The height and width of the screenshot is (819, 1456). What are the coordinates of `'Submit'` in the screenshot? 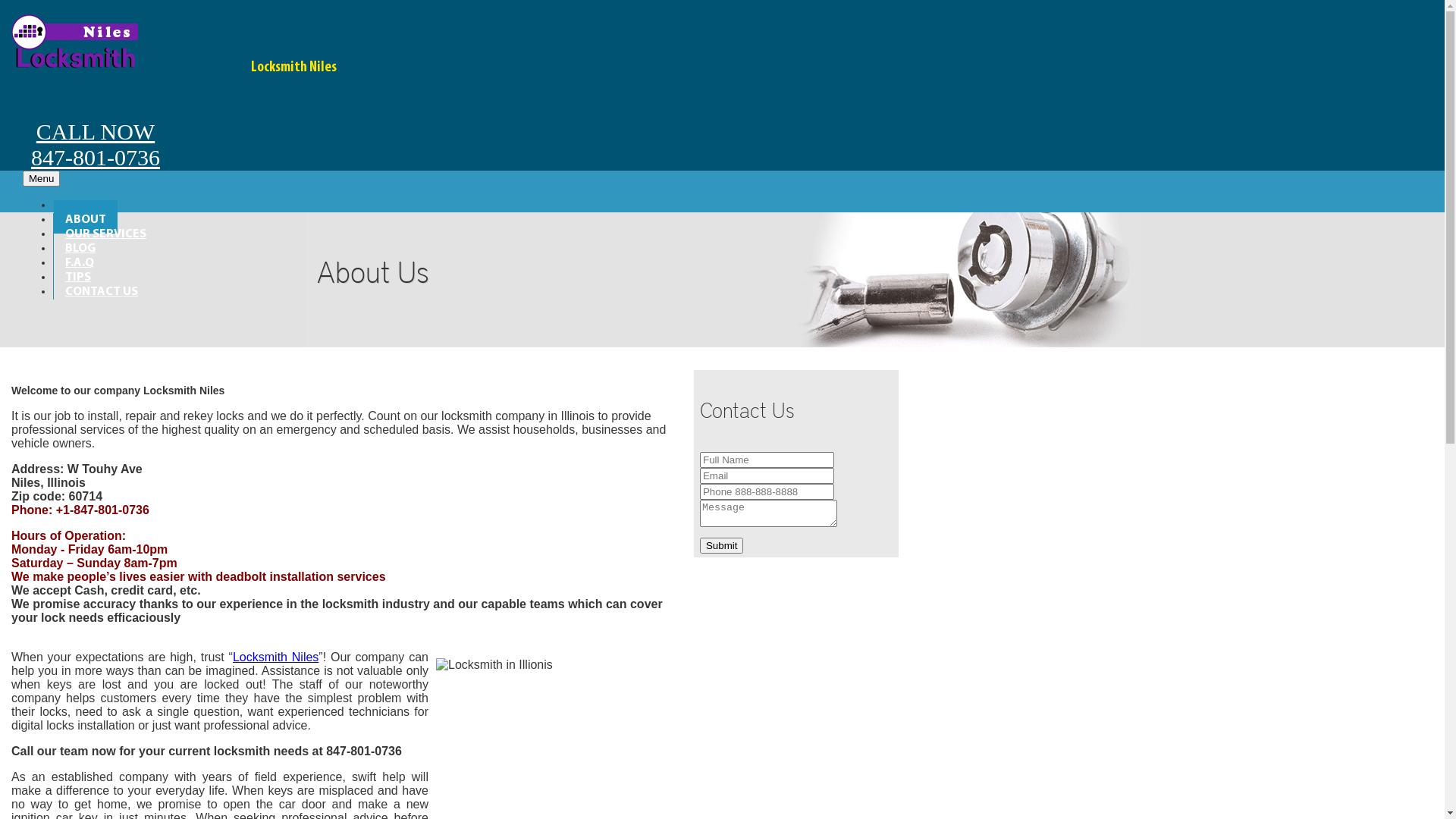 It's located at (698, 544).